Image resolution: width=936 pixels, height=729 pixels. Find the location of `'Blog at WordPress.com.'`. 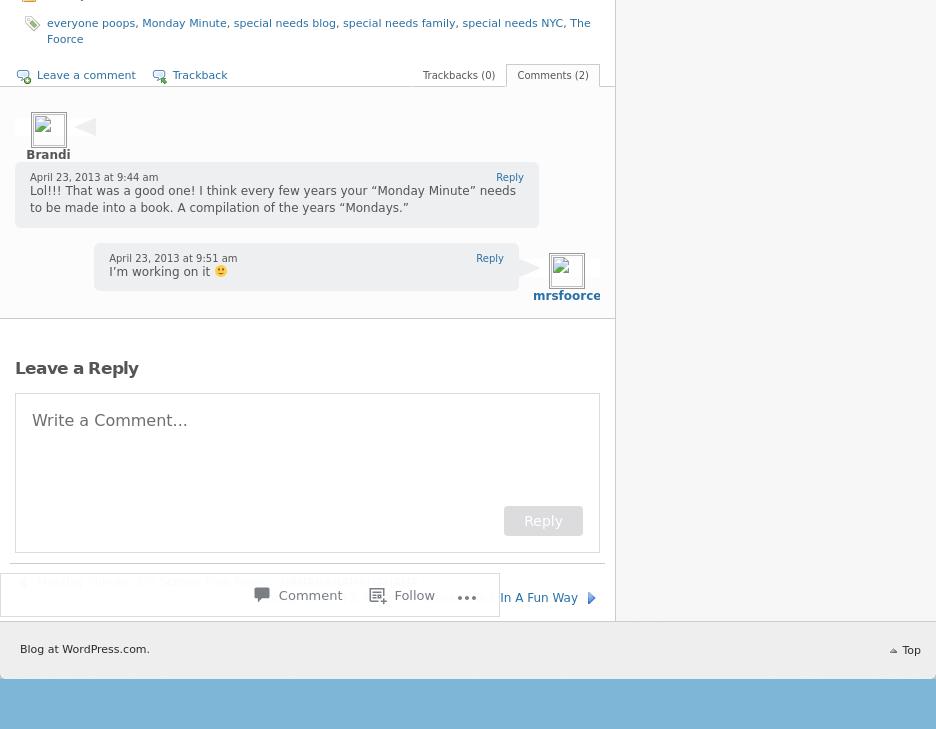

'Blog at WordPress.com.' is located at coordinates (83, 648).